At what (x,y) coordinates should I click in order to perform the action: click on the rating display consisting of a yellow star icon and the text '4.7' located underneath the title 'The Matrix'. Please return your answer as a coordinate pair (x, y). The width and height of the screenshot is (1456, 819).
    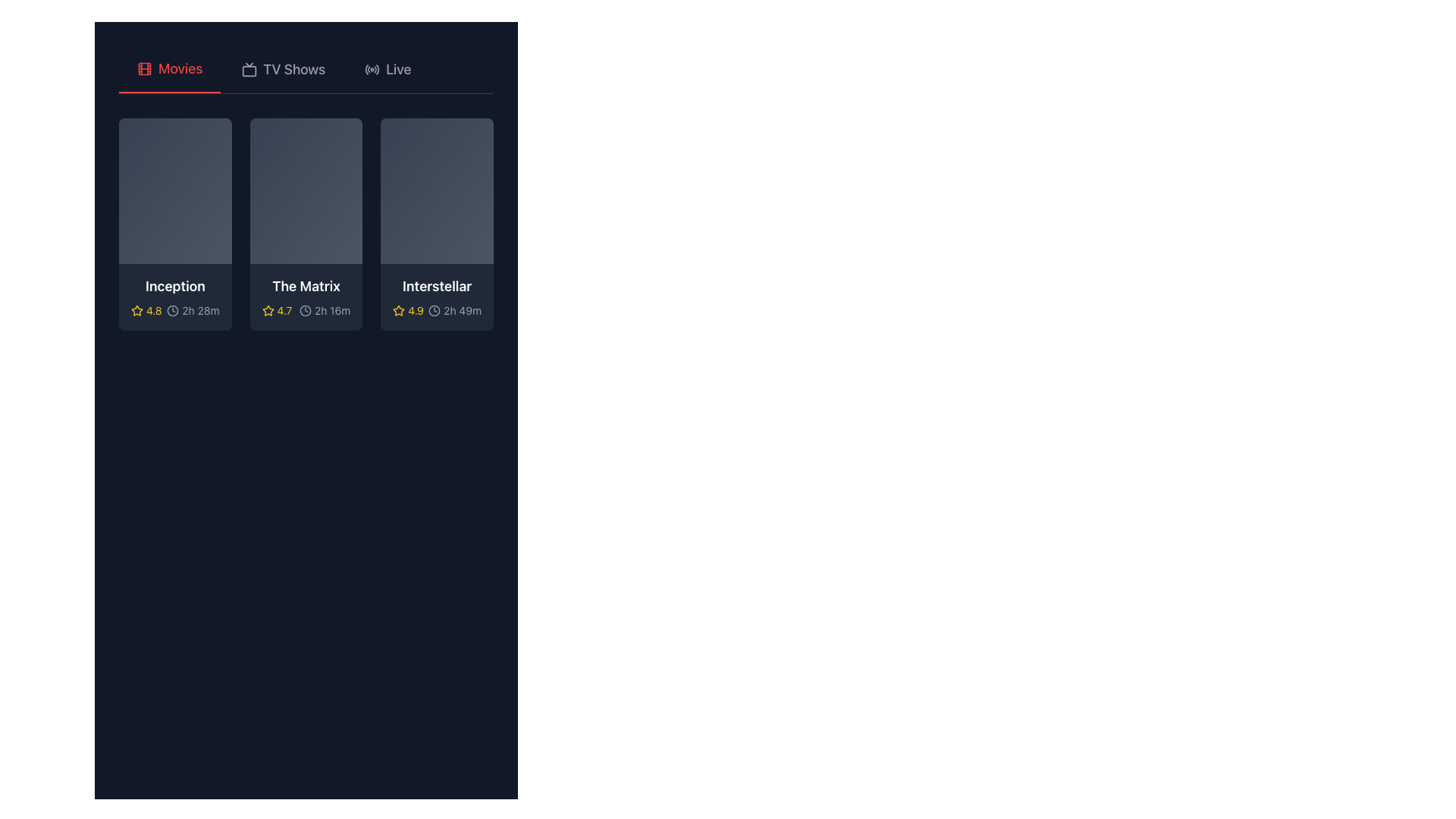
    Looking at the image, I should click on (277, 309).